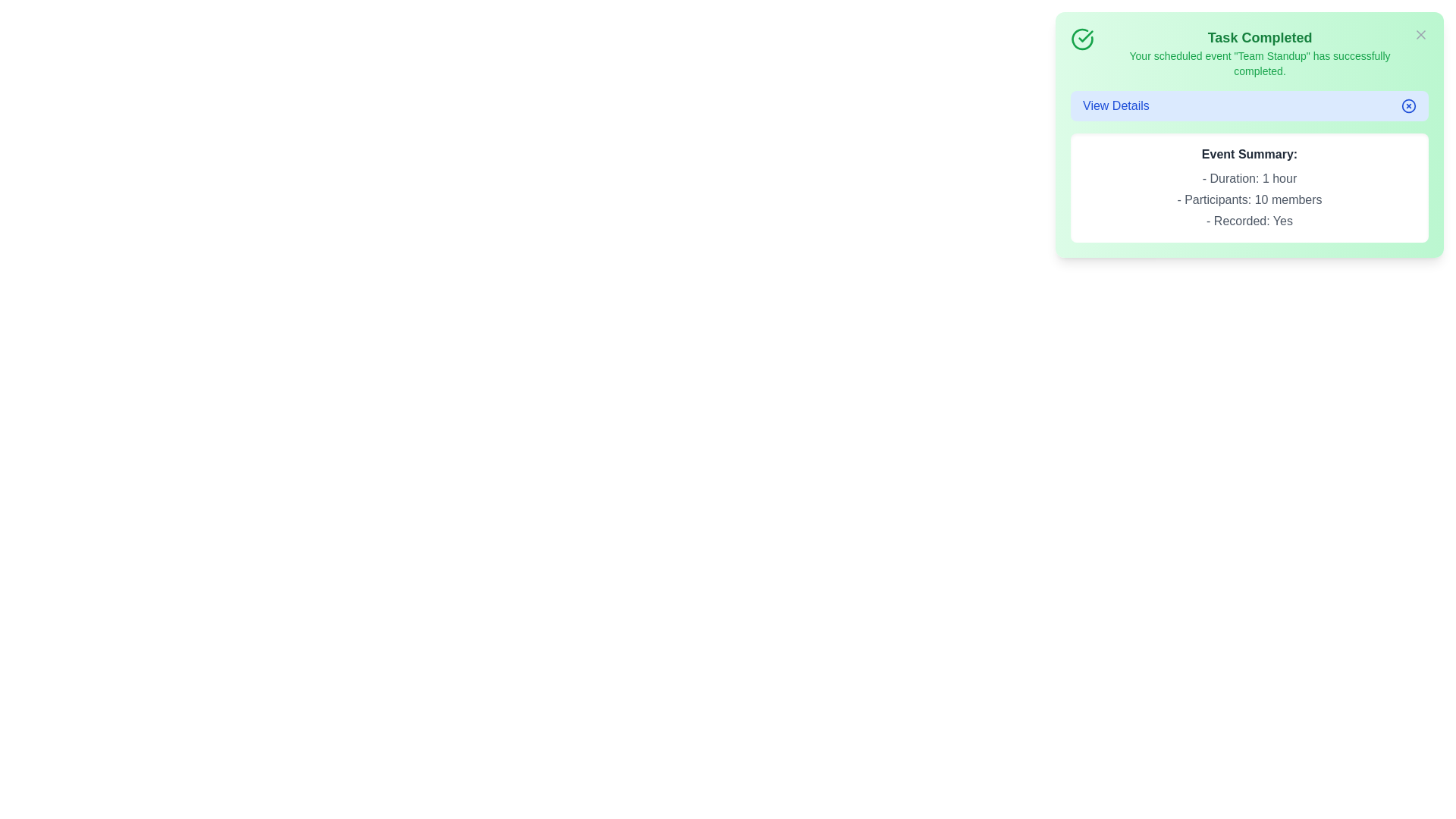 The width and height of the screenshot is (1456, 819). What do you see at coordinates (1407, 105) in the screenshot?
I see `the expand/collapse button to toggle the event details` at bounding box center [1407, 105].